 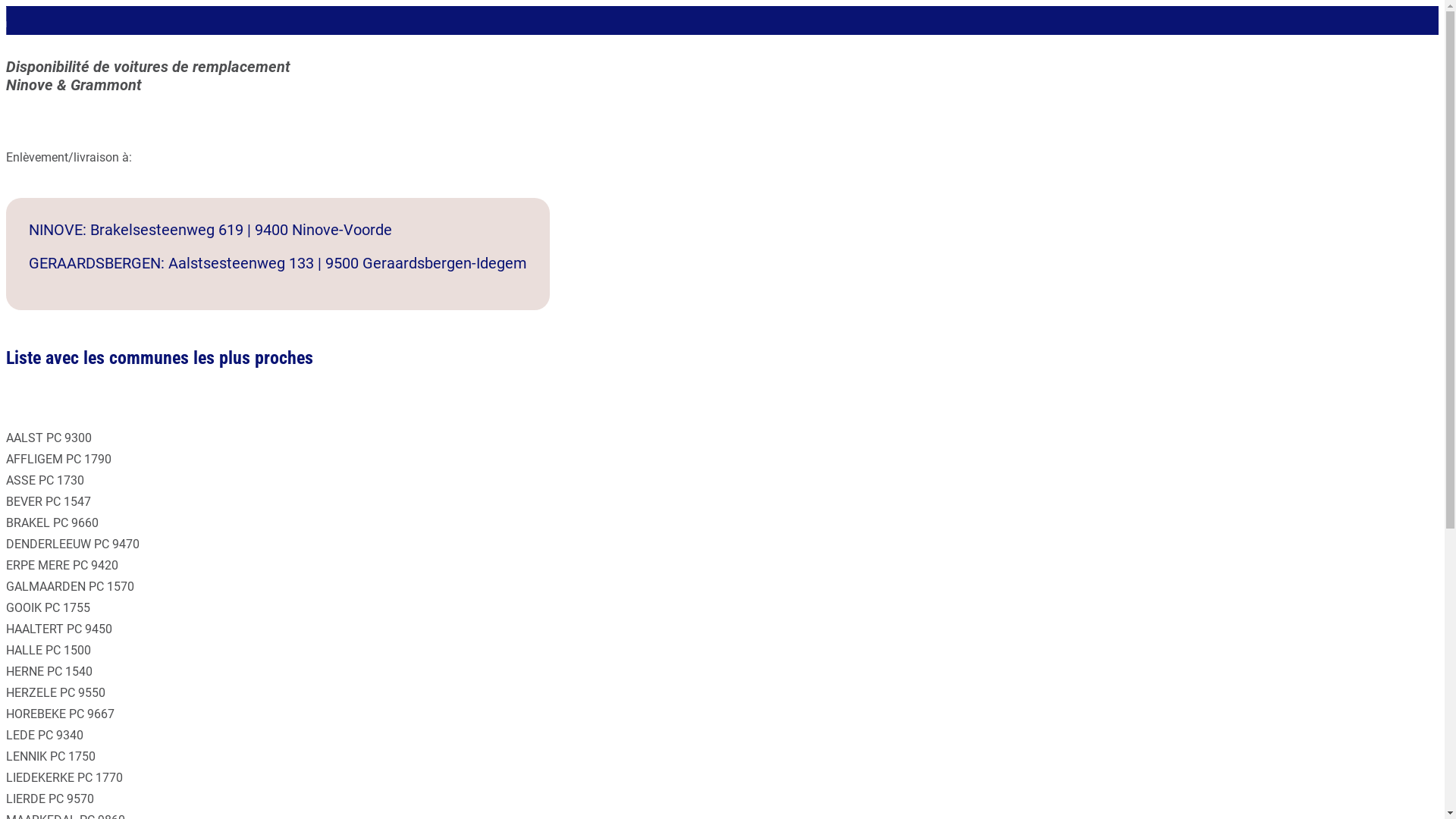 What do you see at coordinates (21, 17) in the screenshot?
I see `'ACCUEIL'` at bounding box center [21, 17].